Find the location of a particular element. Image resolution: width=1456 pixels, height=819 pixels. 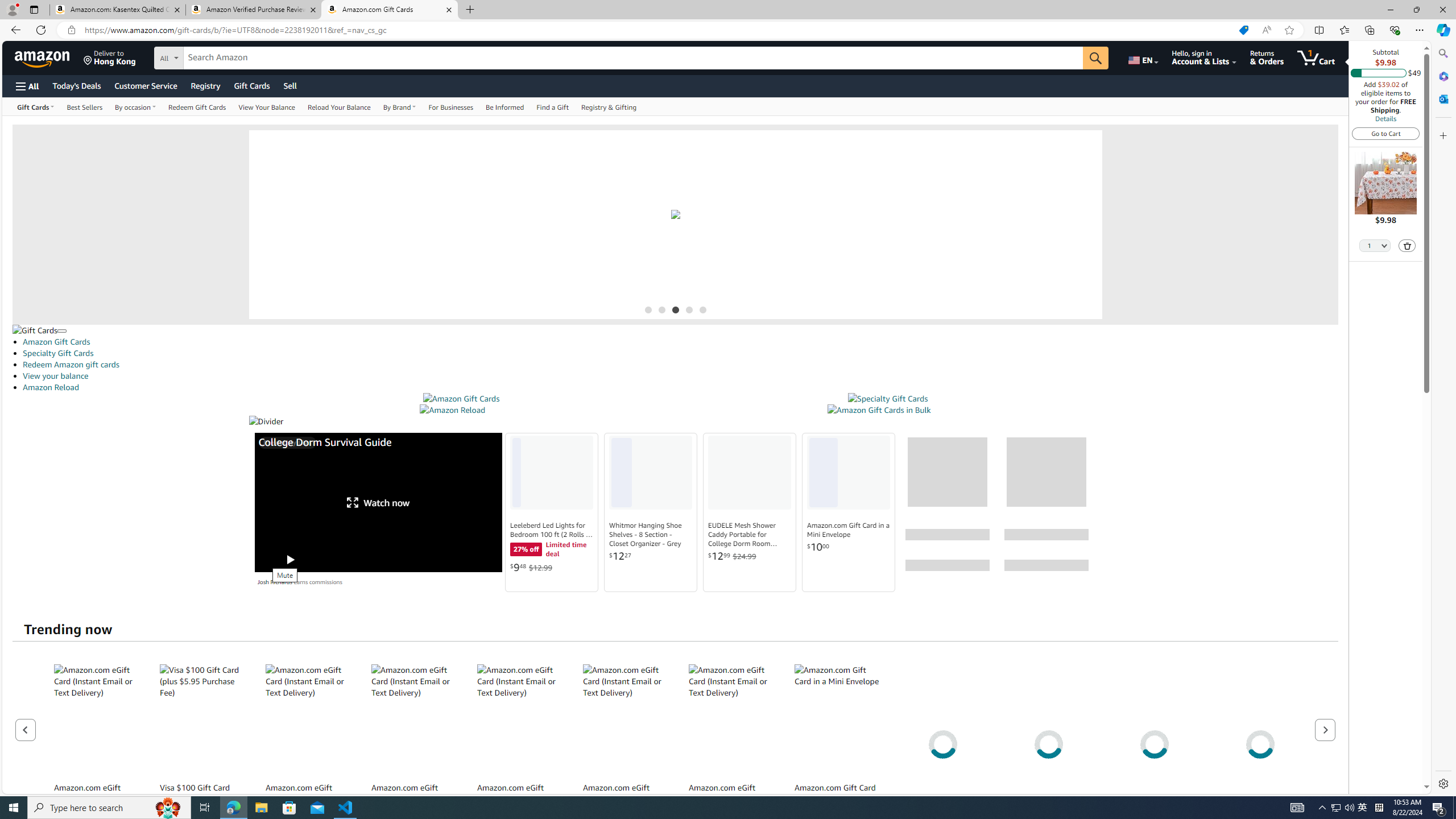

'Visa $100 Gift Card (plus $5.95 Purchase Fee)' is located at coordinates (201, 719).